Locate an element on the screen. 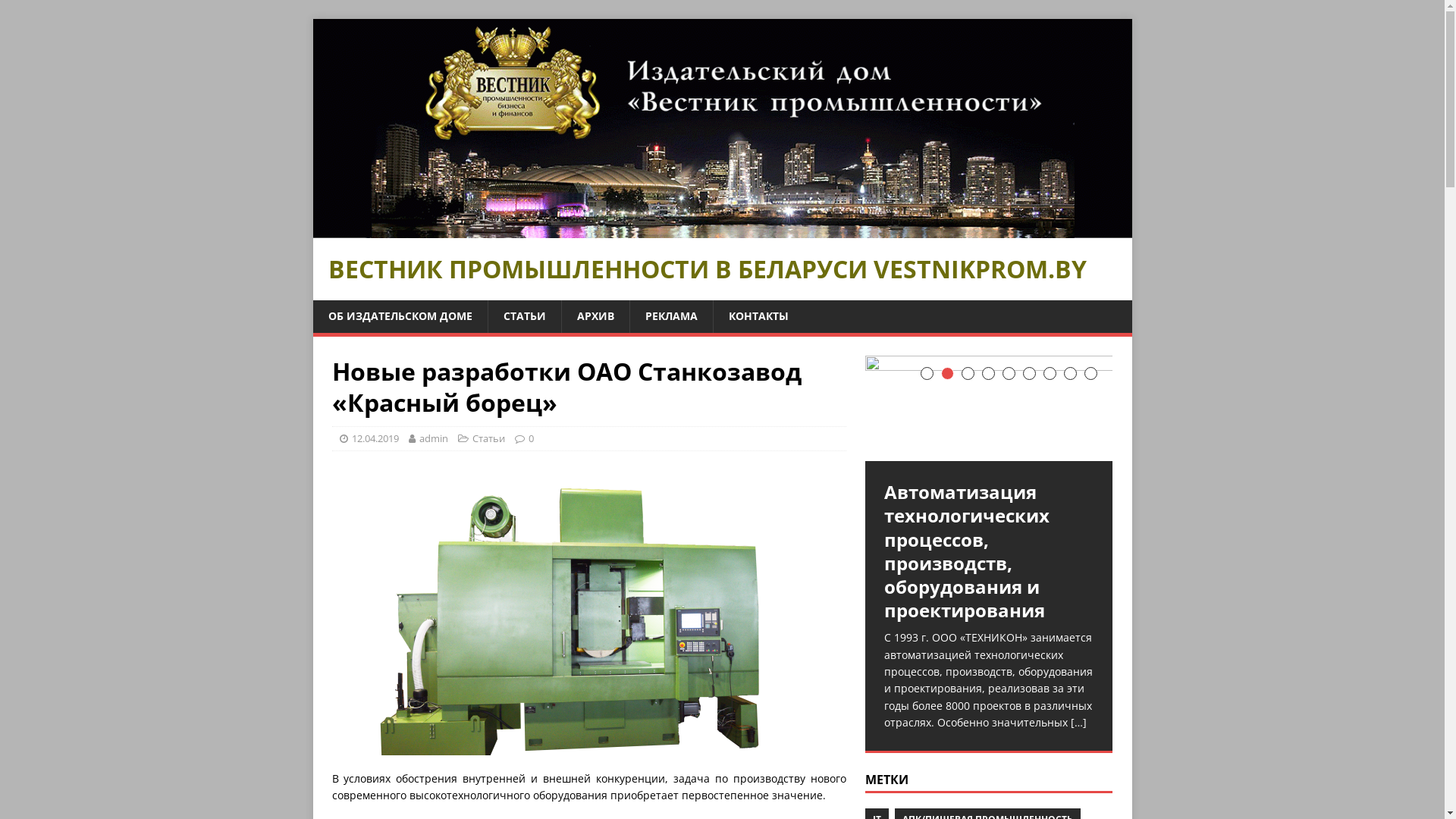 Image resolution: width=1456 pixels, height=819 pixels. '4' is located at coordinates (988, 373).